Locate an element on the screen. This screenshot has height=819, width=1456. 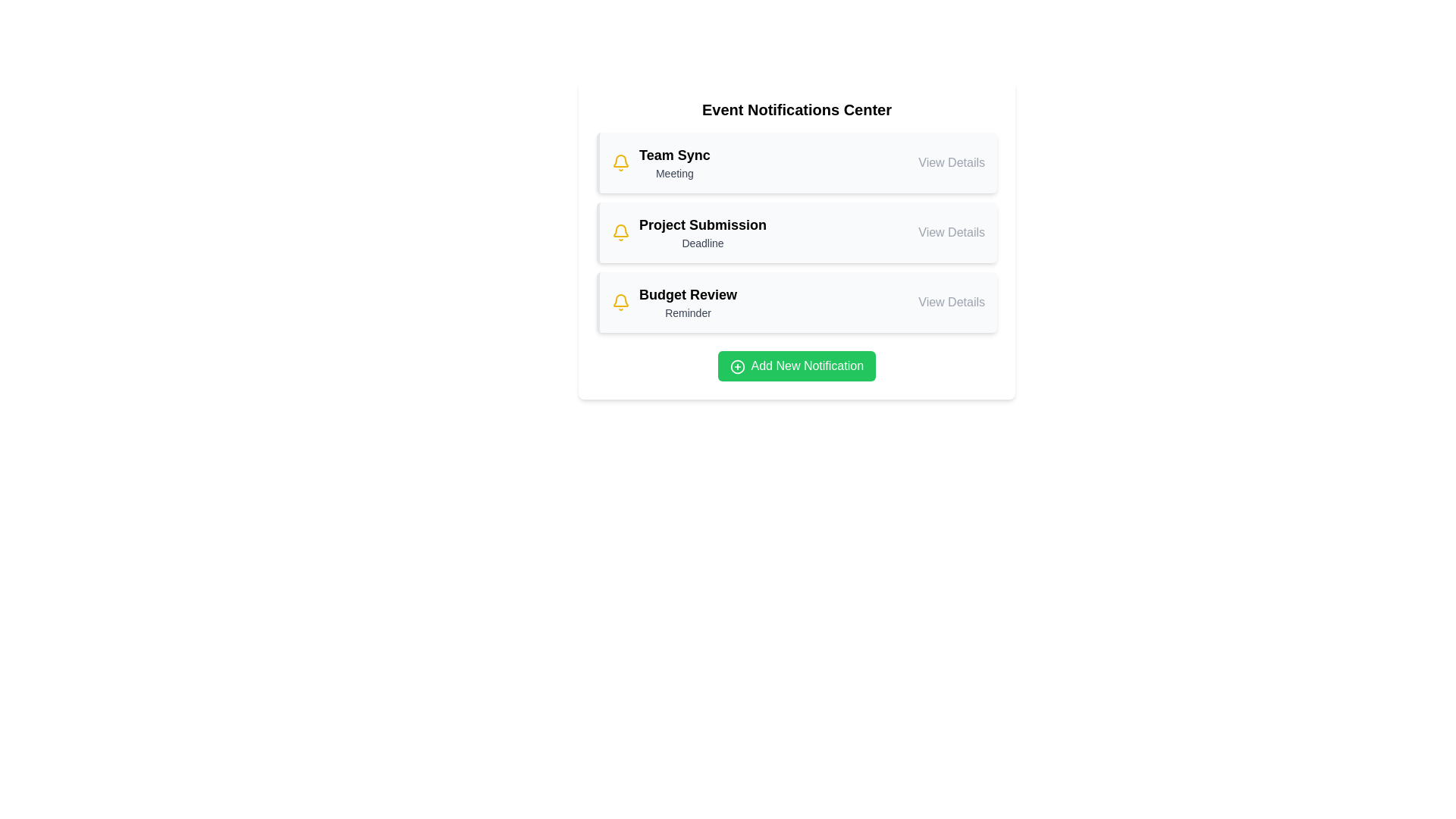
the static text label indicating 'Meeting', which is positioned beneath 'Team Sync' in the Event Notifications Center panel is located at coordinates (673, 172).